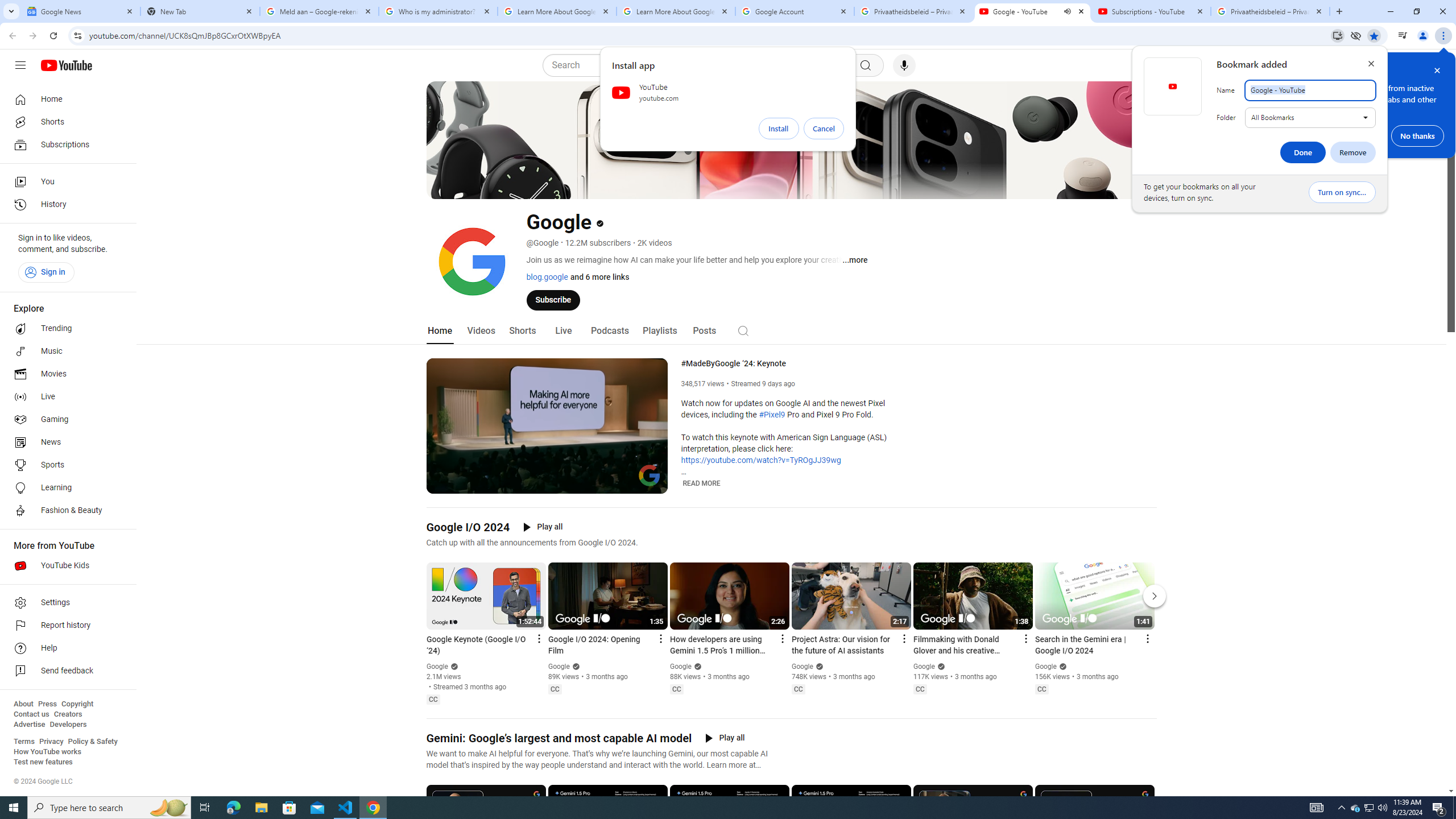 This screenshot has width=1456, height=819. Describe the element at coordinates (1417, 135) in the screenshot. I see `'No thanks'` at that location.